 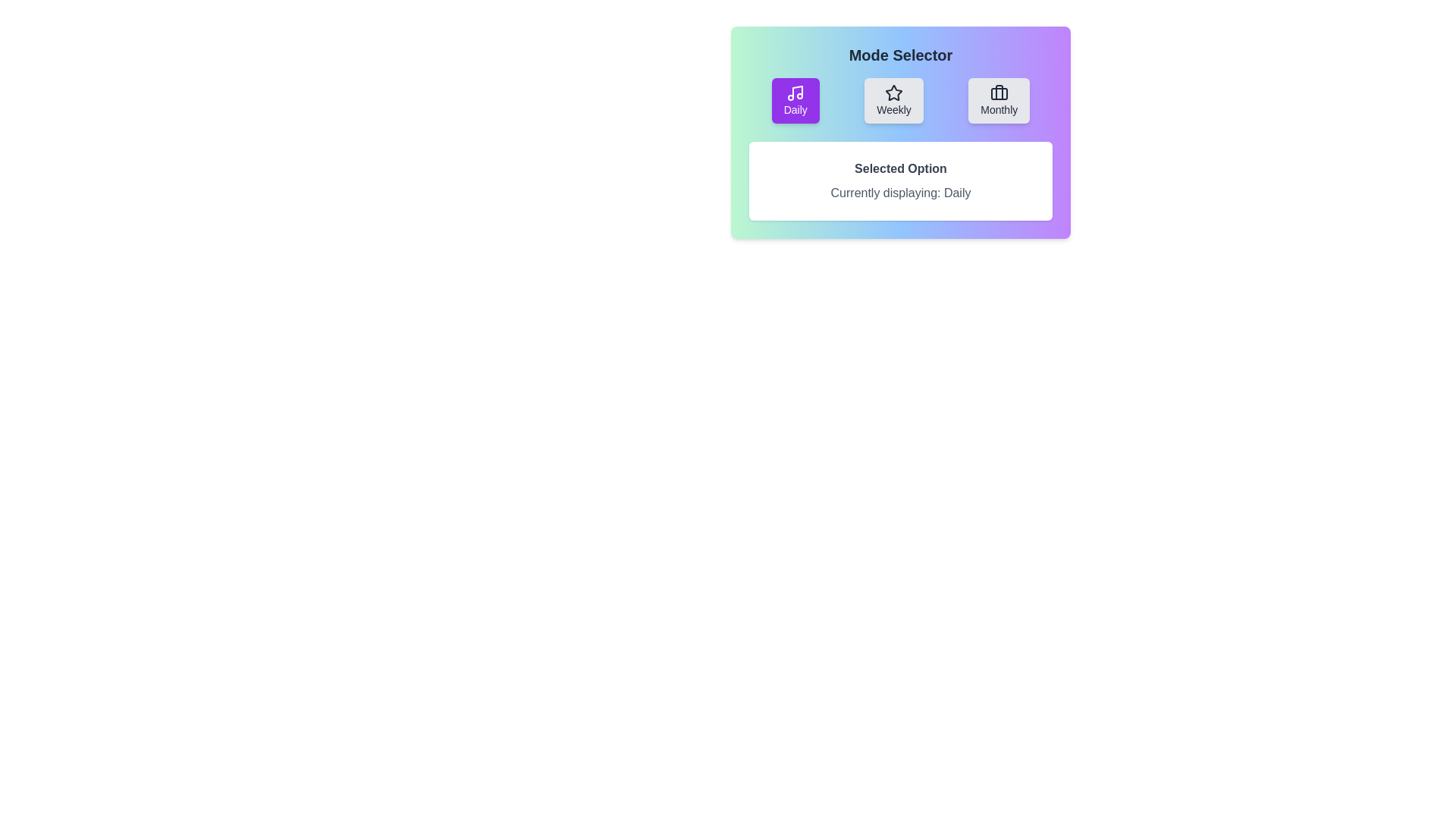 What do you see at coordinates (894, 93) in the screenshot?
I see `the 'Weekly' mode icon embedded within the button` at bounding box center [894, 93].